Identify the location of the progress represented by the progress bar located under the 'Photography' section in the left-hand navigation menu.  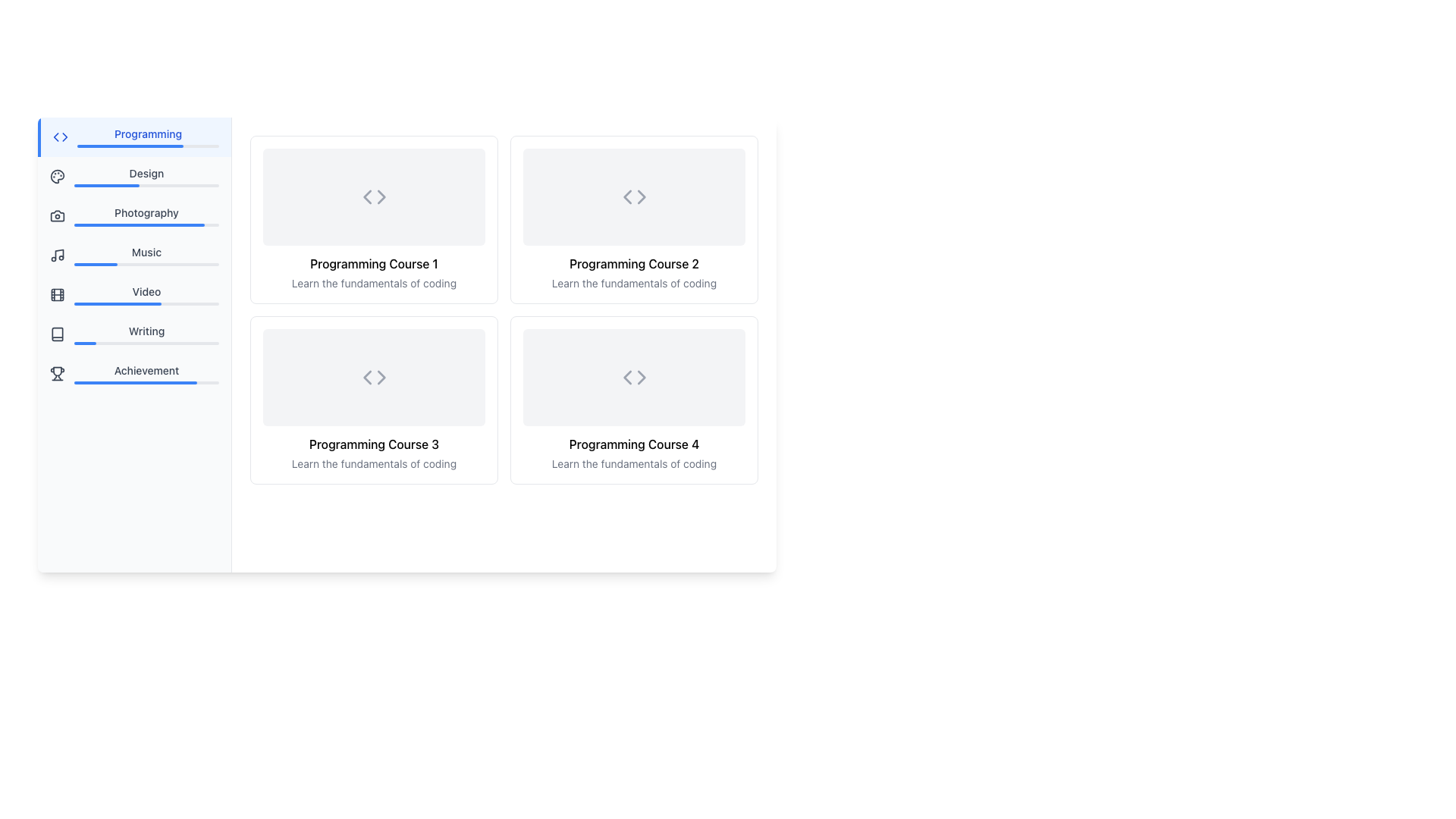
(146, 225).